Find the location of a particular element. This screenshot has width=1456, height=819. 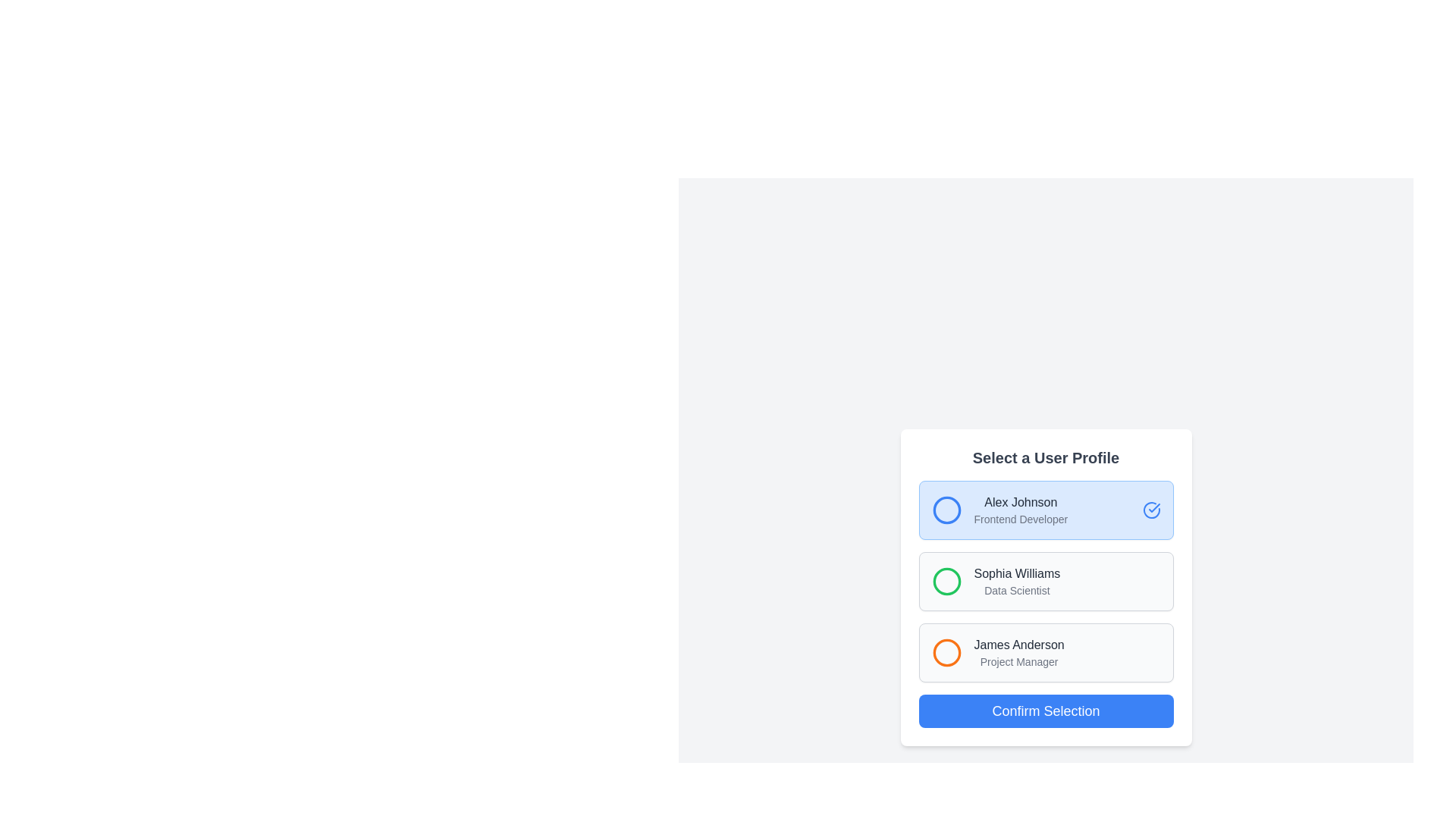

the user profile listing entry for 'Alex Johnson', which includes the name and title 'Frontend Developer' next to a blue circular icon is located at coordinates (999, 510).